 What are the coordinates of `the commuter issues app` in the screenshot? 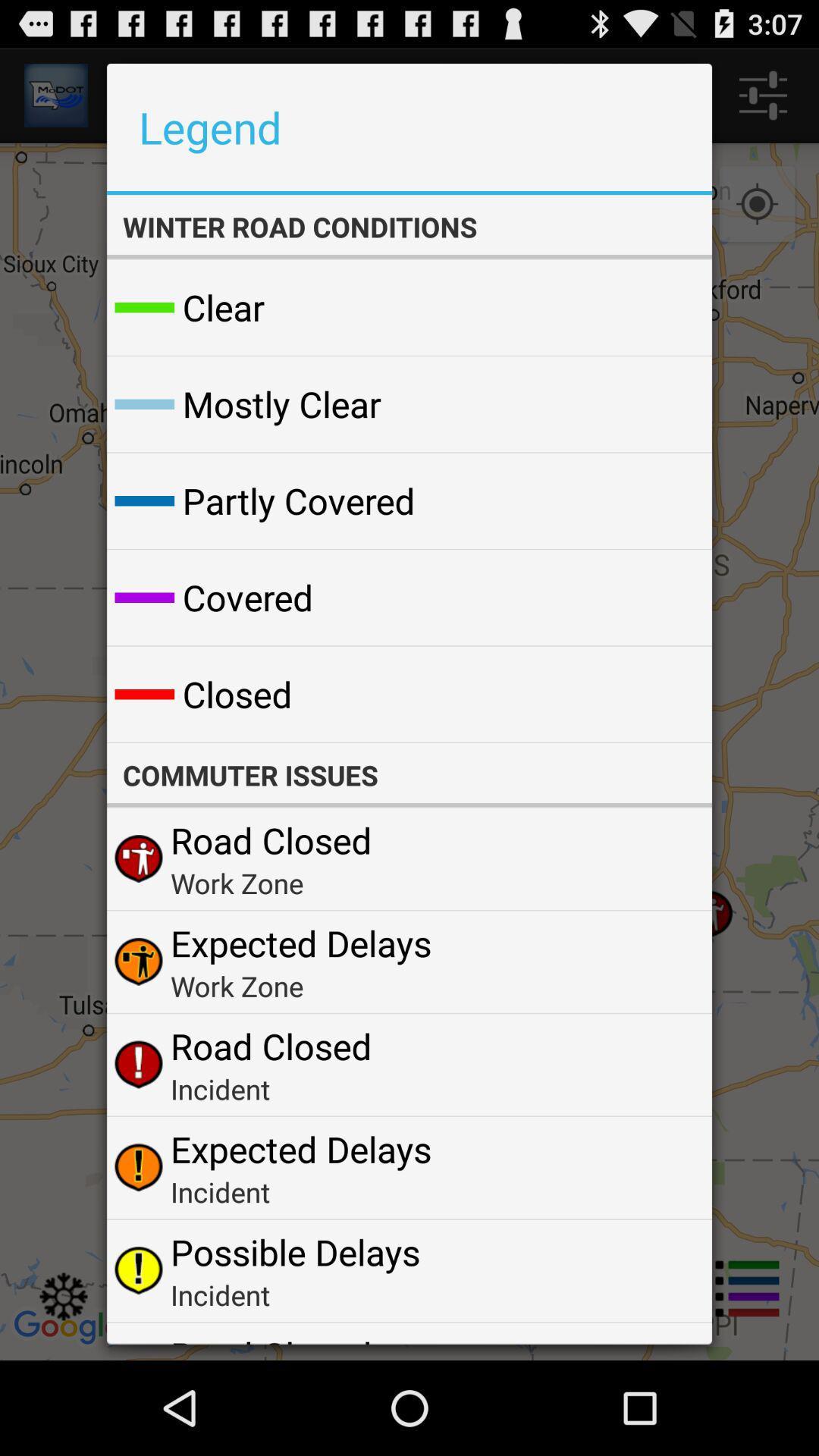 It's located at (409, 775).